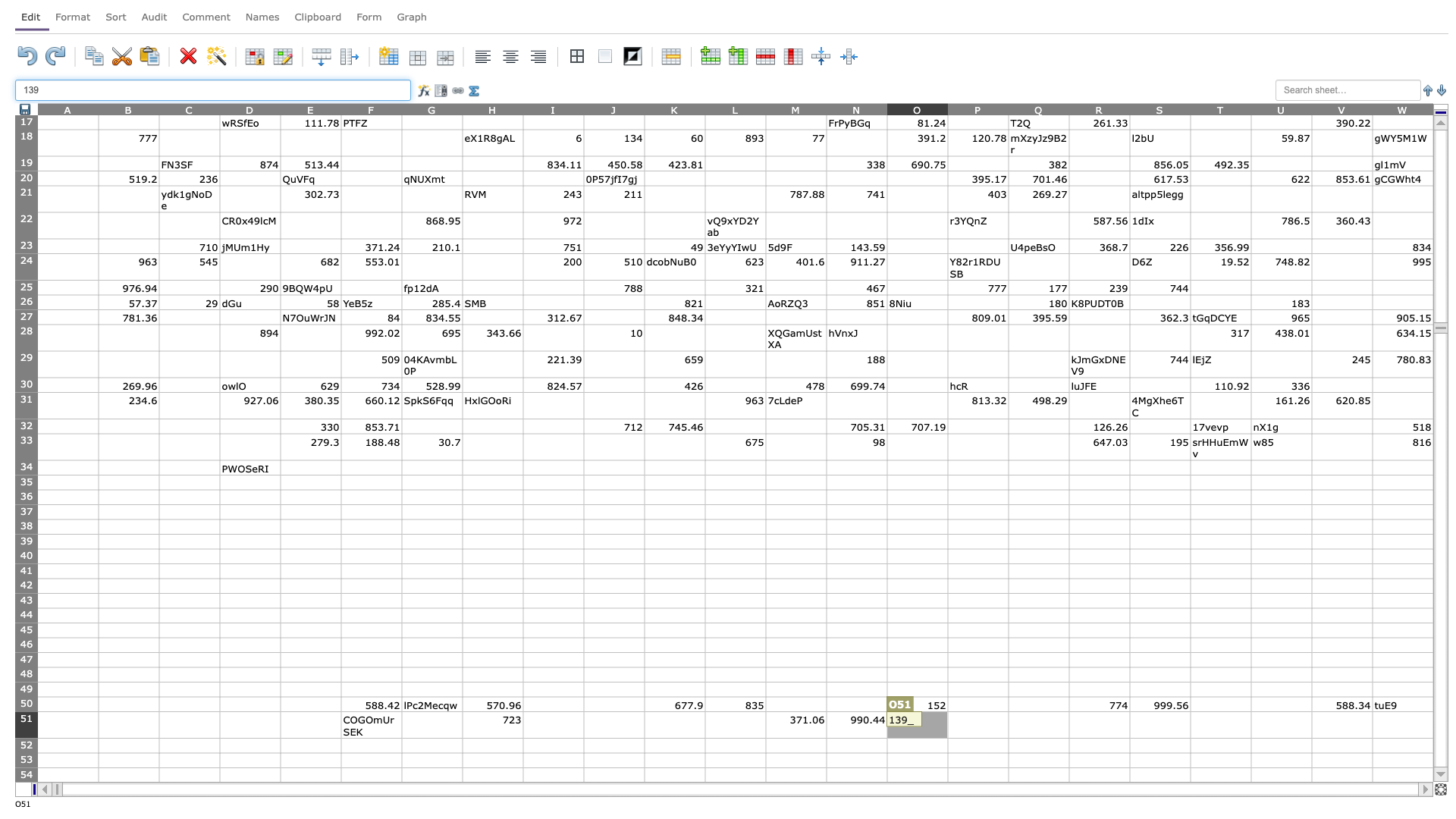 The height and width of the screenshot is (819, 1456). I want to click on Top left corner of Q-51, so click(1008, 711).